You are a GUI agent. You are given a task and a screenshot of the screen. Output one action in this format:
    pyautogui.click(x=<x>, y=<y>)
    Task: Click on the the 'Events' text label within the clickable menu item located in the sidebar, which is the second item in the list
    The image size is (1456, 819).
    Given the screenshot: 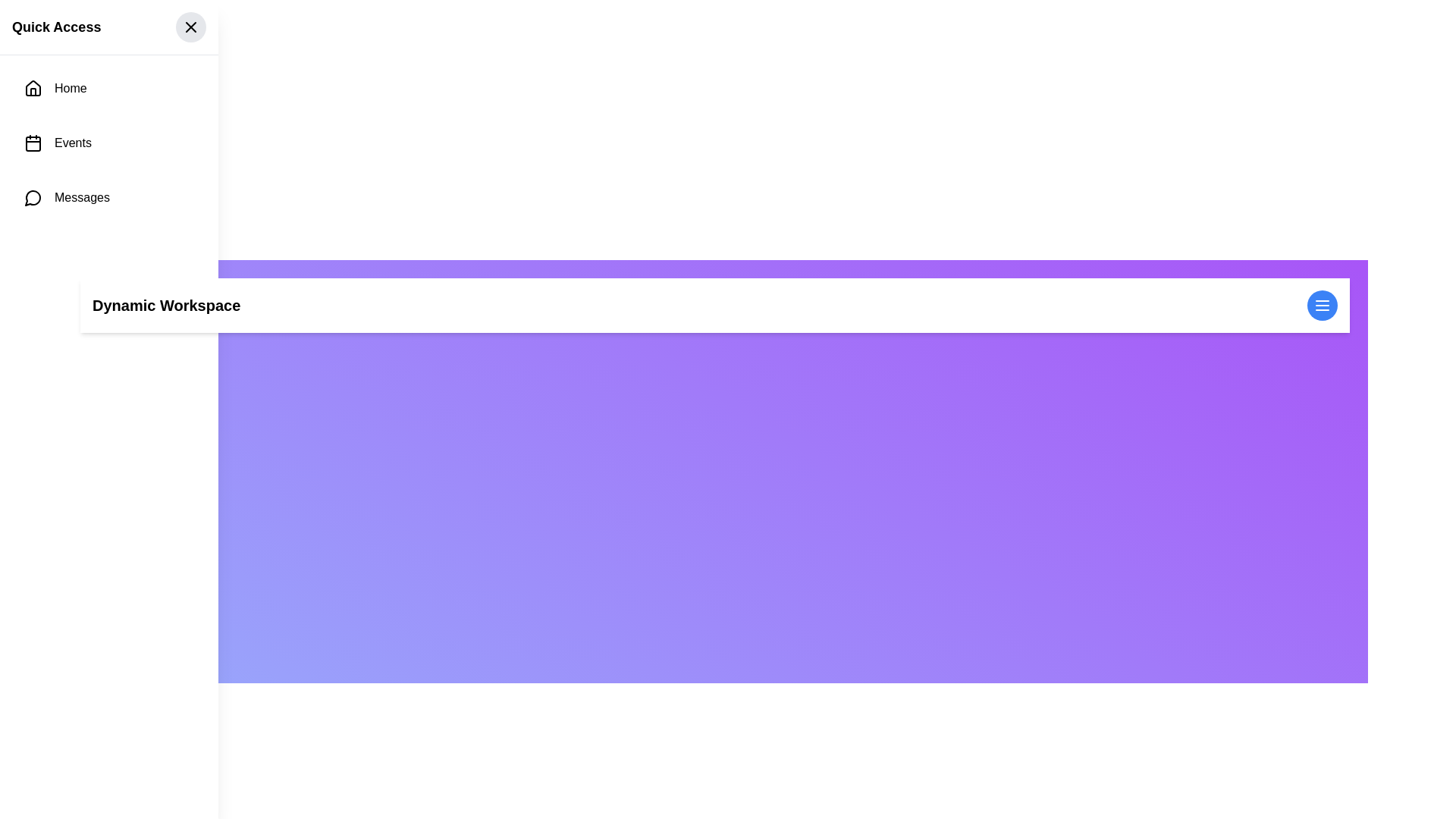 What is the action you would take?
    pyautogui.click(x=72, y=143)
    